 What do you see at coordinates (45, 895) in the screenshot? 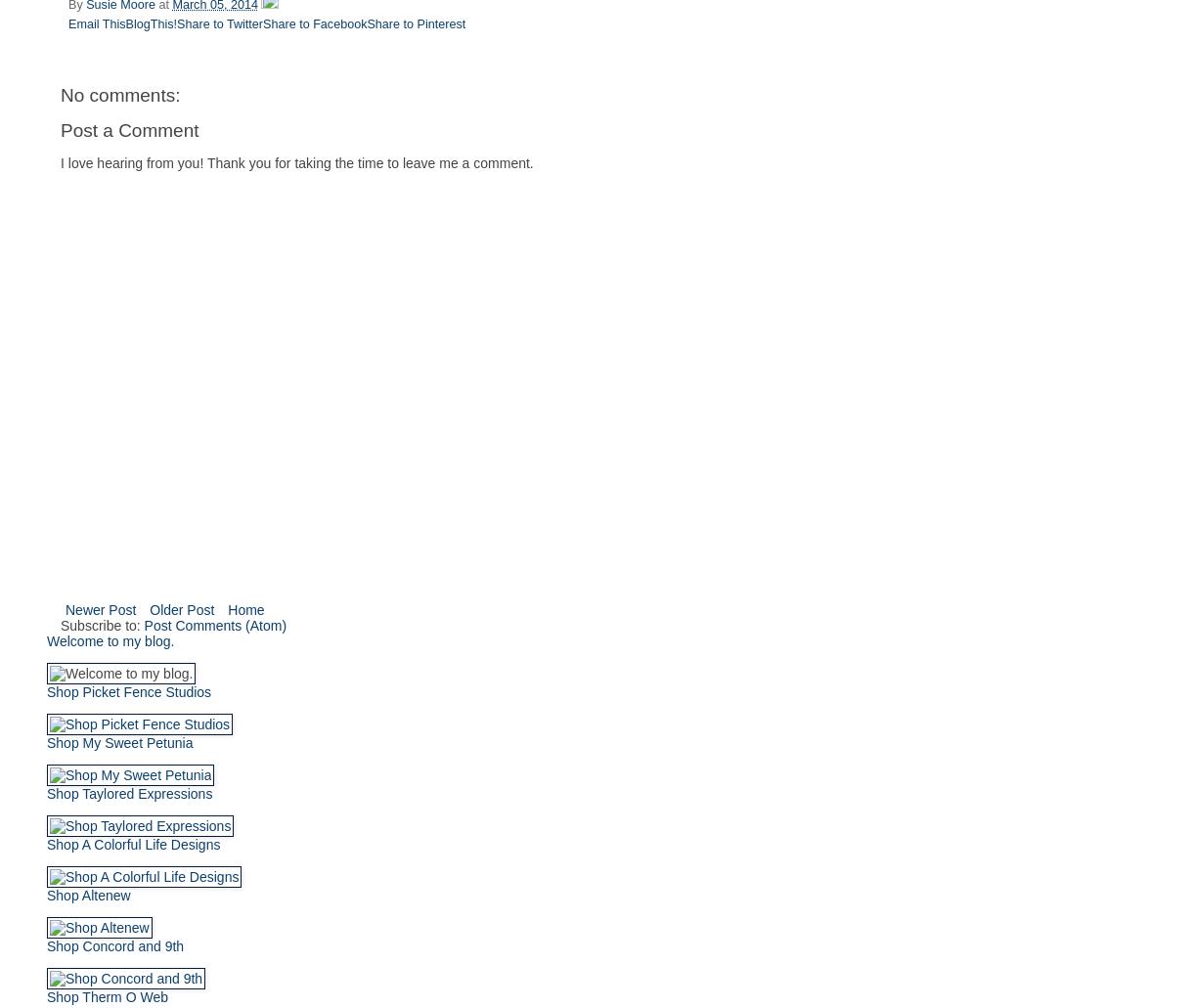
I see `'Shop Altenew'` at bounding box center [45, 895].